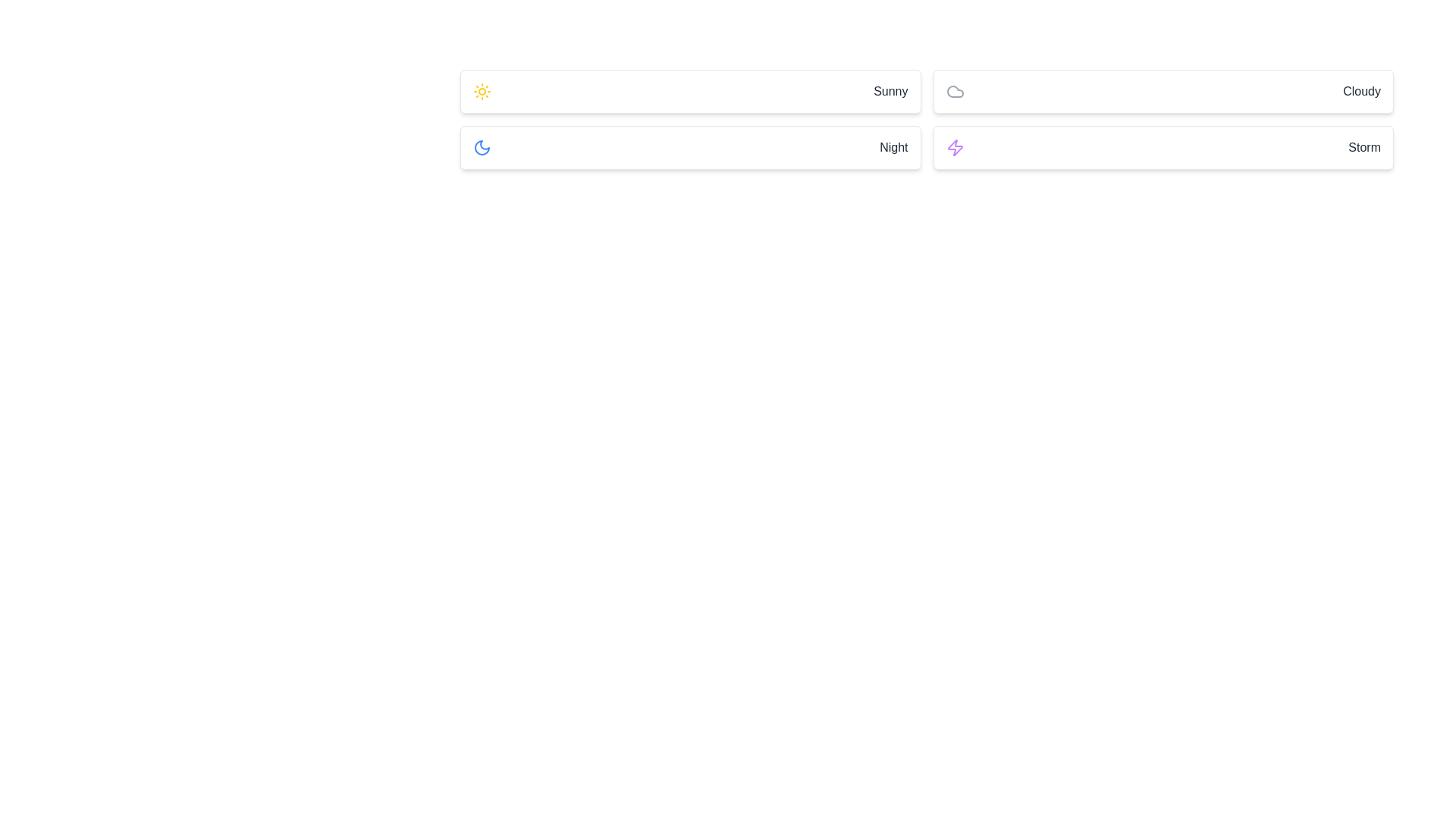 The height and width of the screenshot is (819, 1456). I want to click on the crescent moon icon in the second row of the list item indicating 'Night', so click(481, 148).